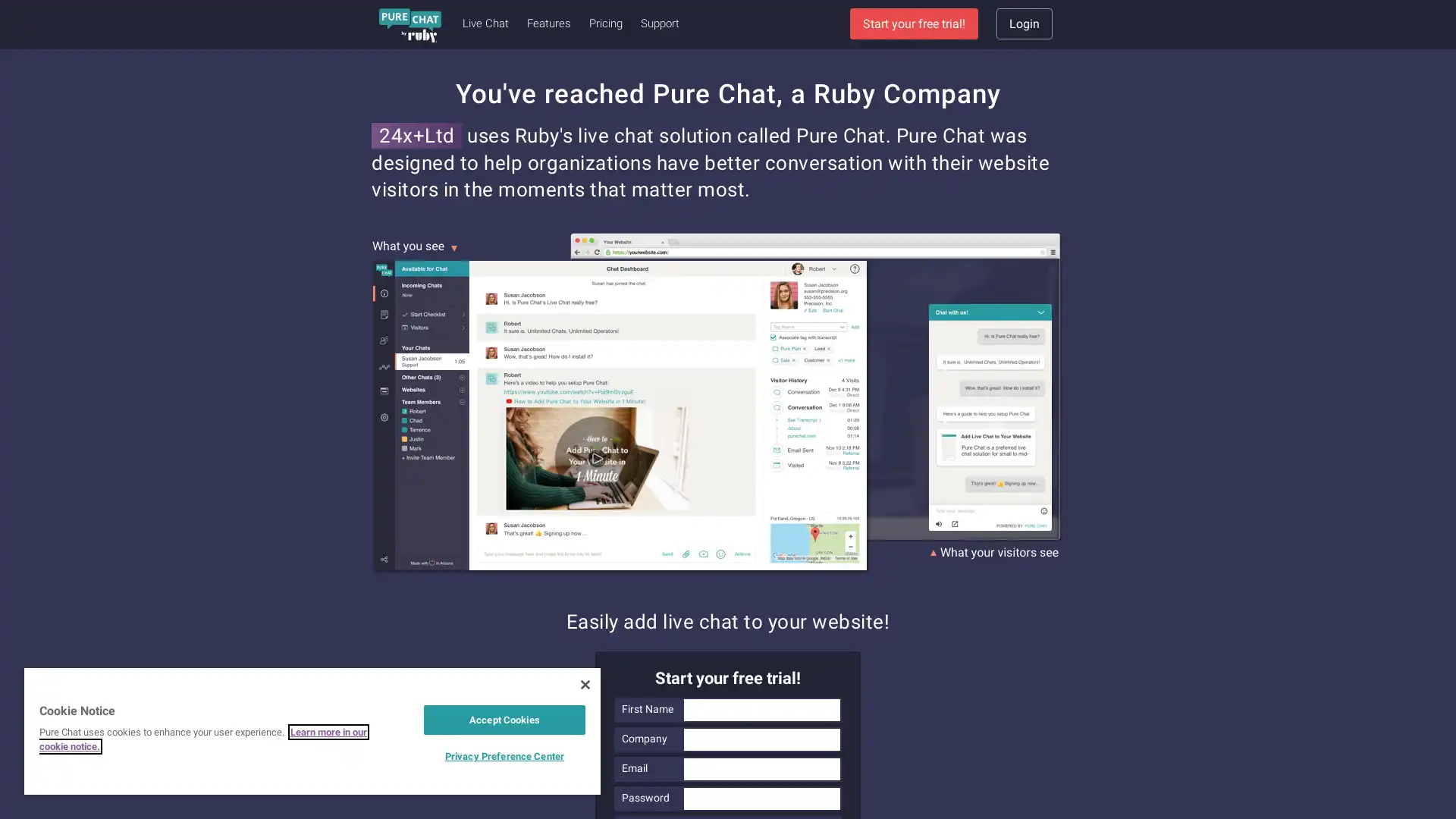  I want to click on Sign Up, so click(726, 155).